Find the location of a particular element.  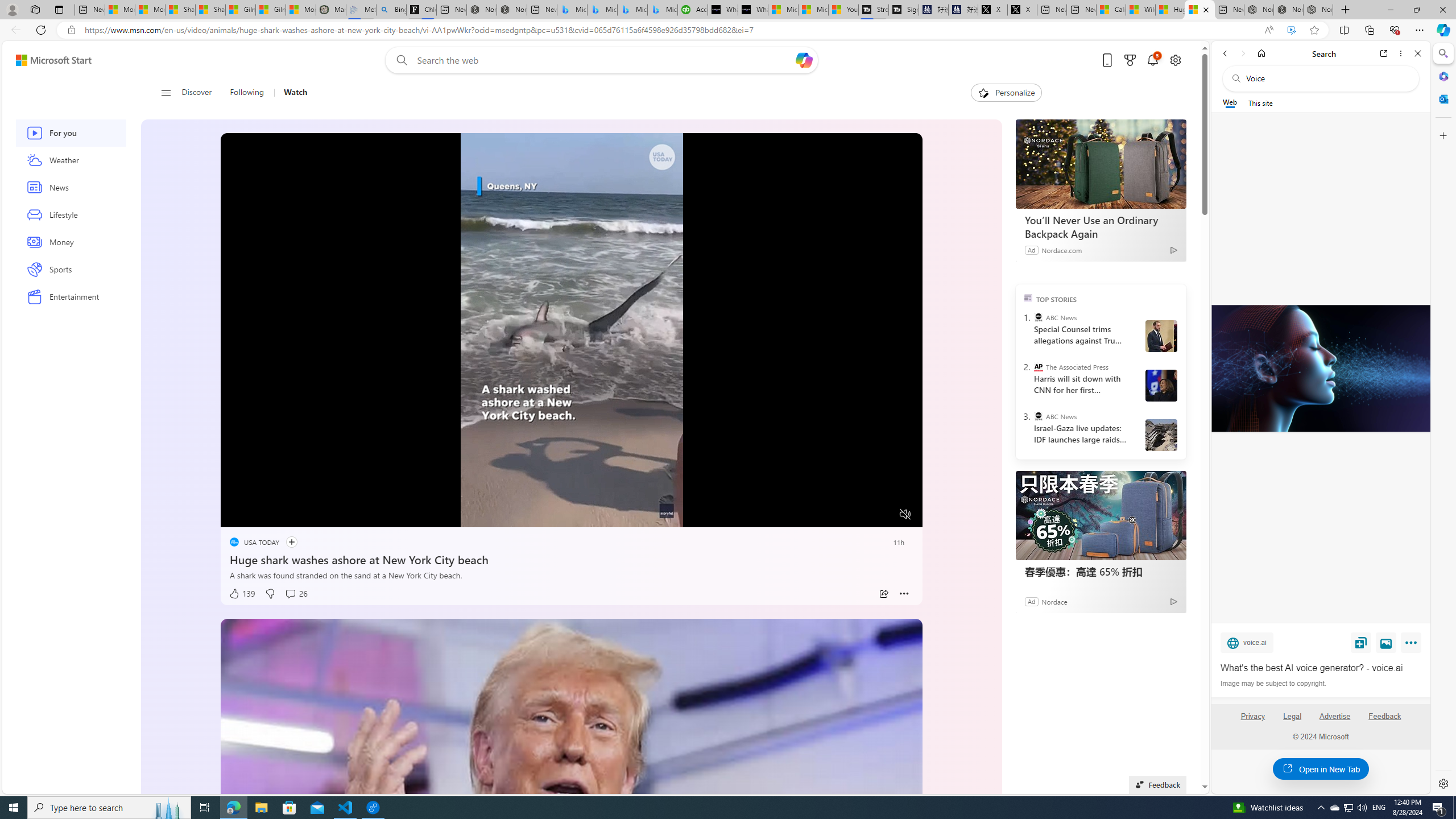

'Accounting Software for Accountants, CPAs and Bookkeepers' is located at coordinates (692, 9).